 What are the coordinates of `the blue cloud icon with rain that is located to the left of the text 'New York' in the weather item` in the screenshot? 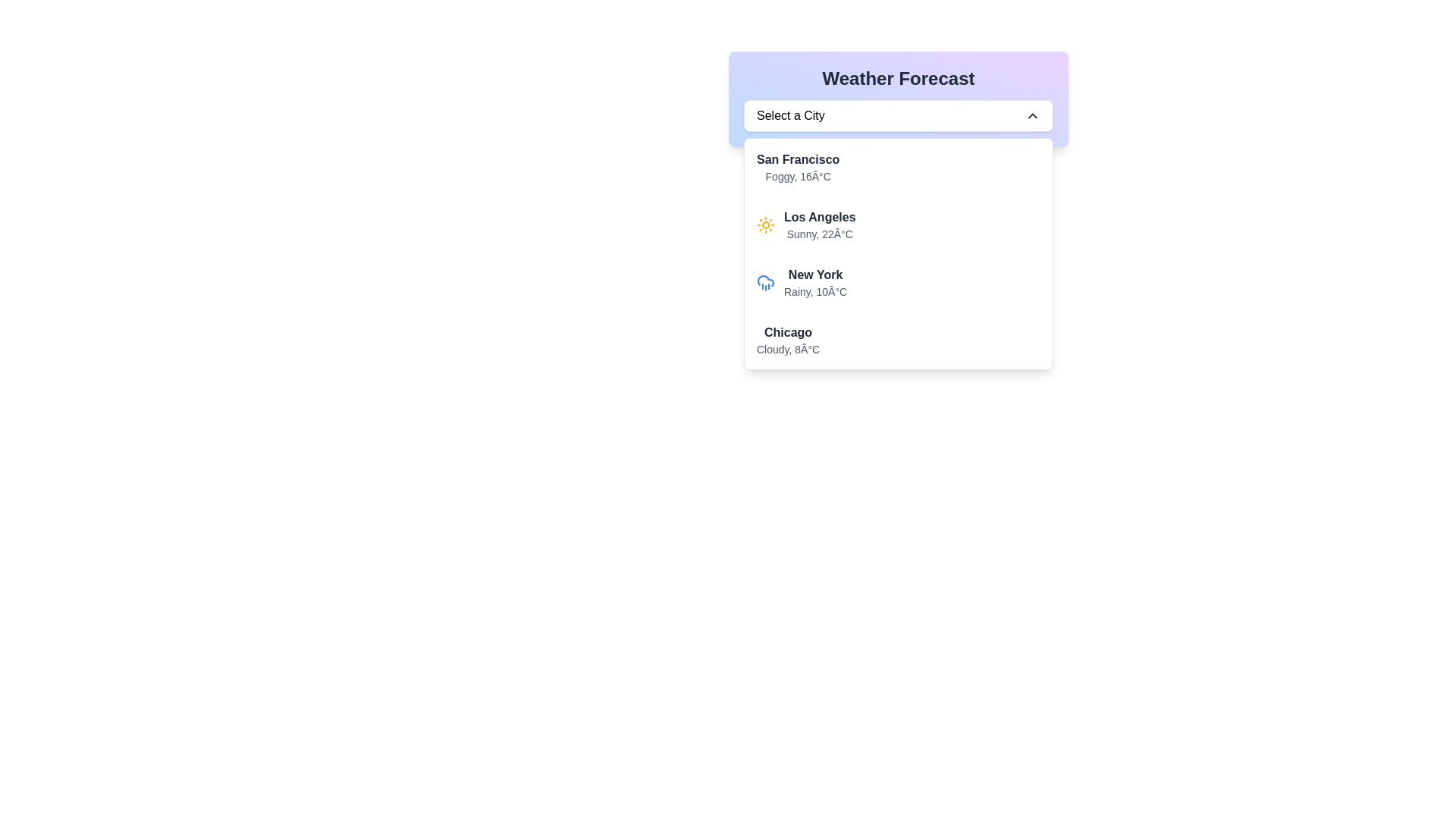 It's located at (765, 281).